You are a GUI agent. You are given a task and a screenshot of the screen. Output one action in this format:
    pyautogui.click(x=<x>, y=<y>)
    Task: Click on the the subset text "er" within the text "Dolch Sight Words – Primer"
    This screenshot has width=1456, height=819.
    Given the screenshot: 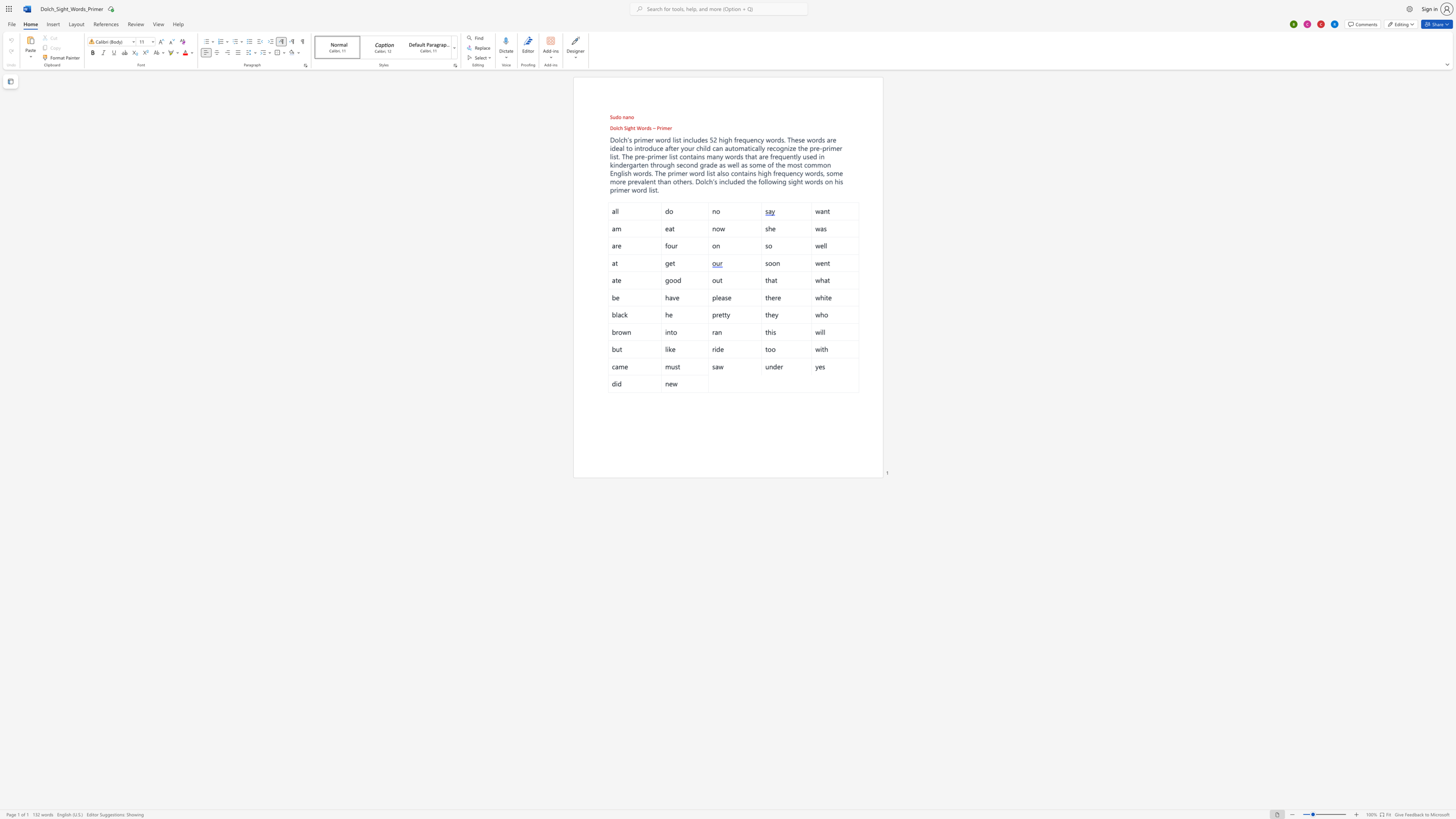 What is the action you would take?
    pyautogui.click(x=667, y=128)
    